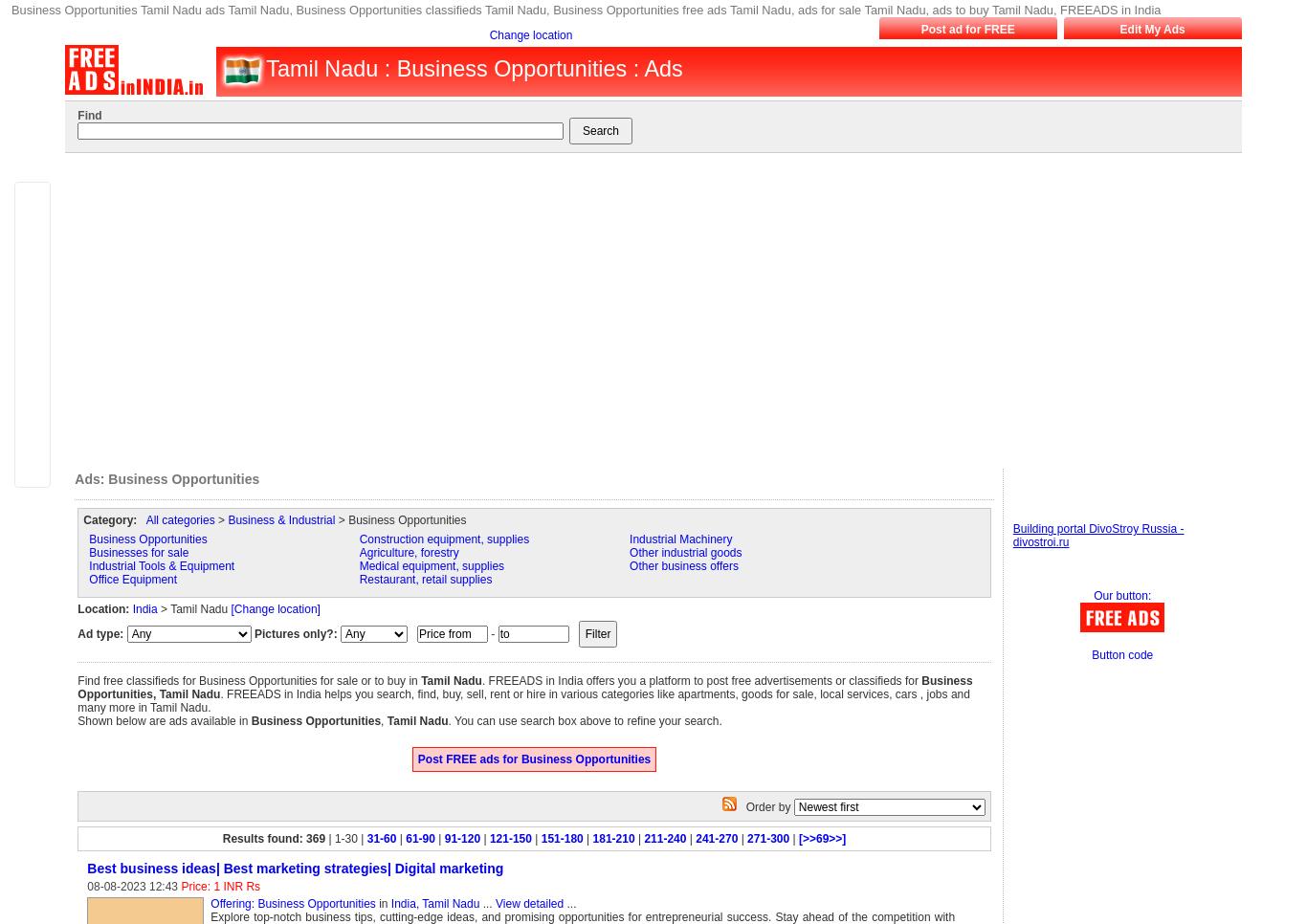 Image resolution: width=1307 pixels, height=924 pixels. What do you see at coordinates (78, 720) in the screenshot?
I see `'Shown below are ads available in'` at bounding box center [78, 720].